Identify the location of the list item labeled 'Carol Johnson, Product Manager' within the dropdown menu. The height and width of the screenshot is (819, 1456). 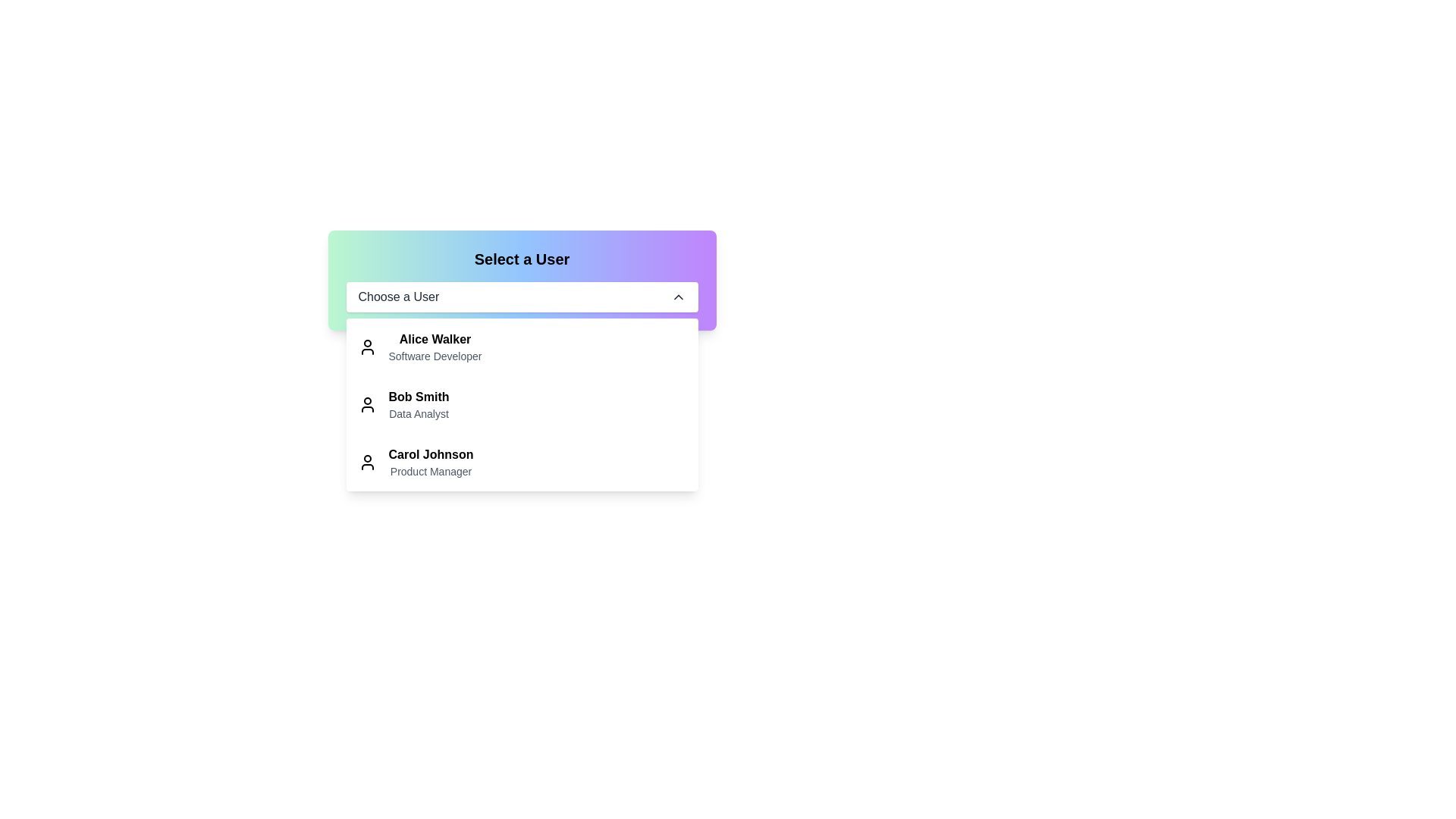
(522, 461).